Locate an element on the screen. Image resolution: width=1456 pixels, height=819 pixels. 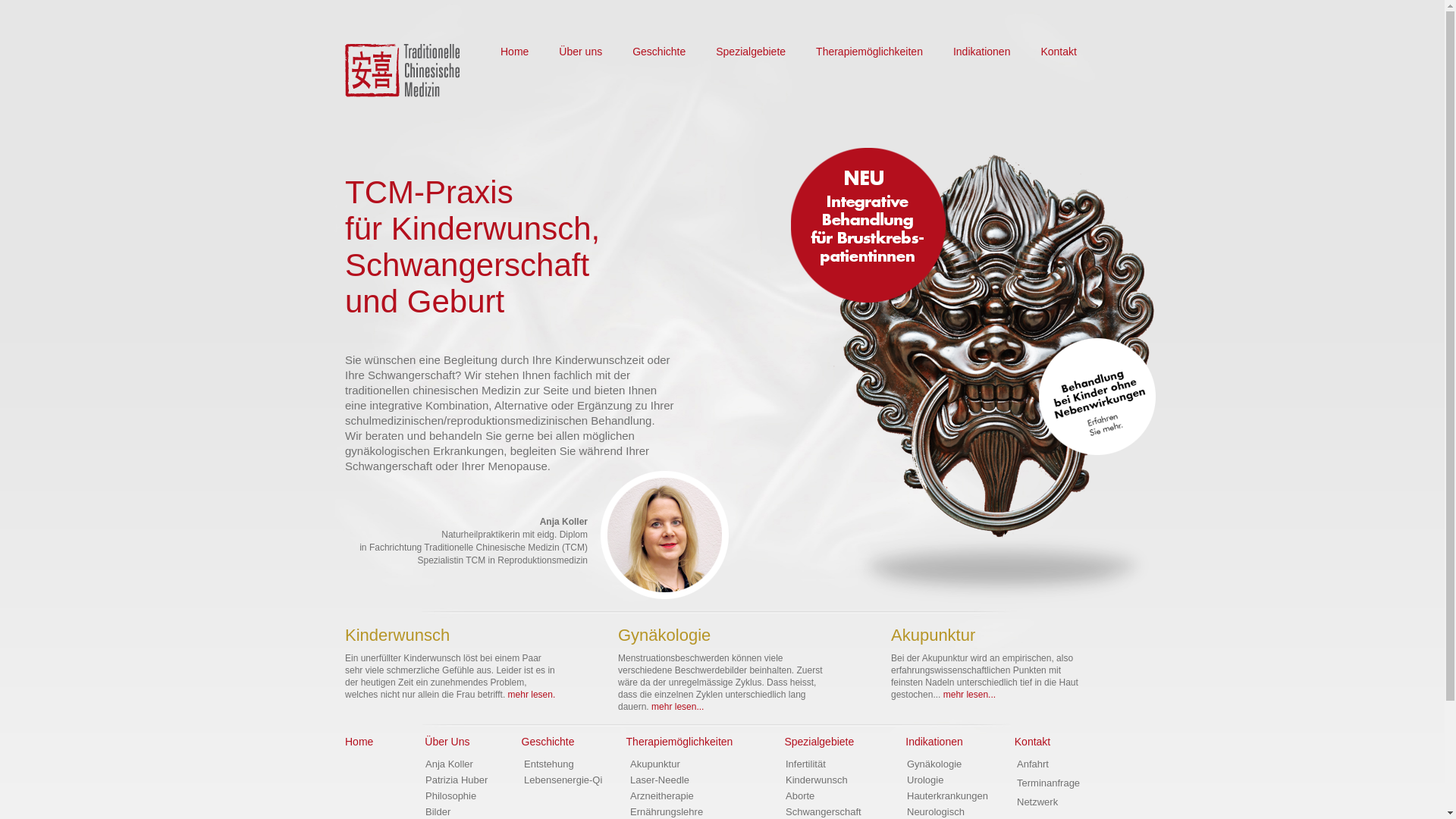
'Urologie' is located at coordinates (924, 780).